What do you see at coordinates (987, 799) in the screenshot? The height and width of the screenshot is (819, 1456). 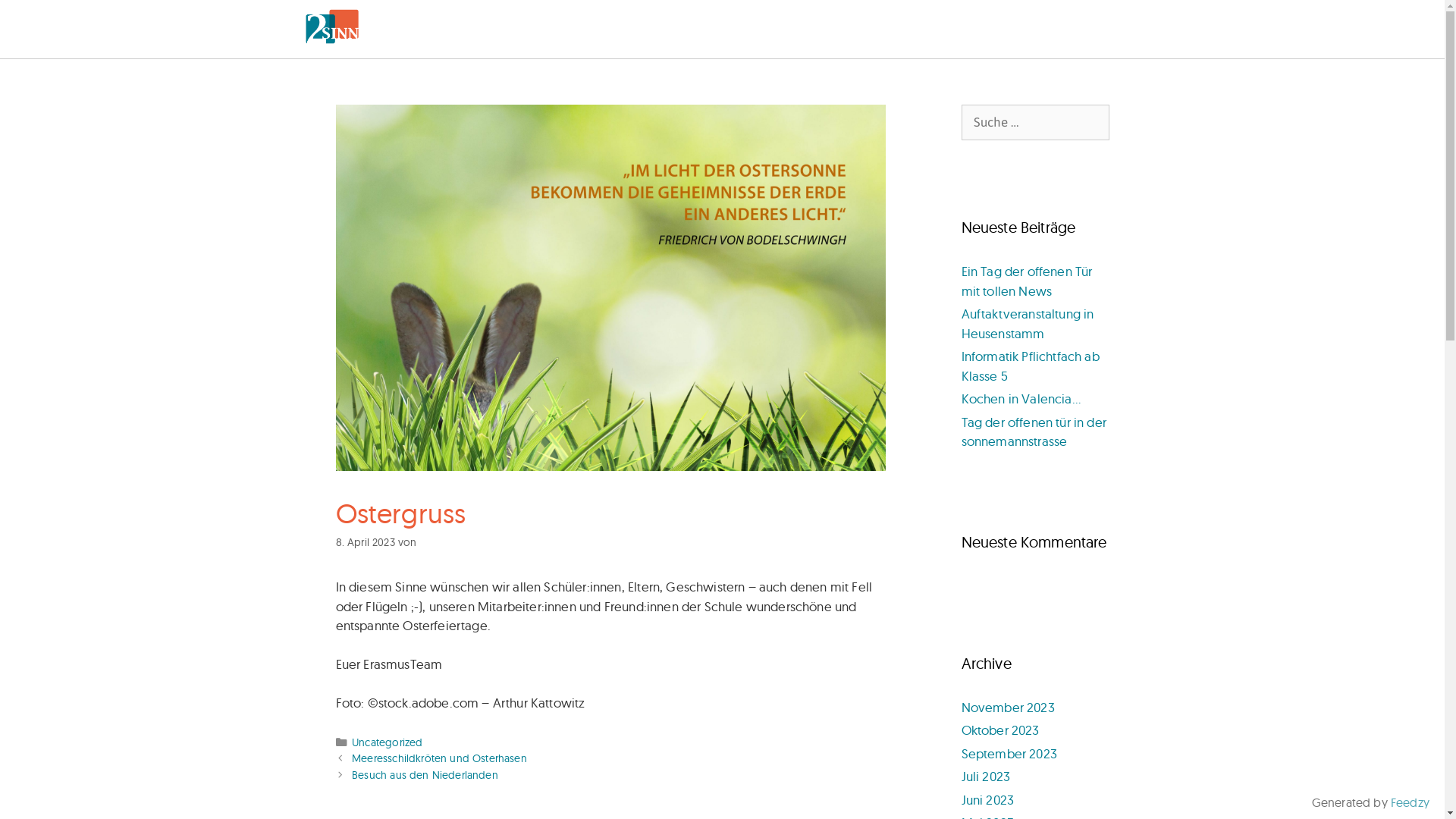 I see `'Juni 2023'` at bounding box center [987, 799].